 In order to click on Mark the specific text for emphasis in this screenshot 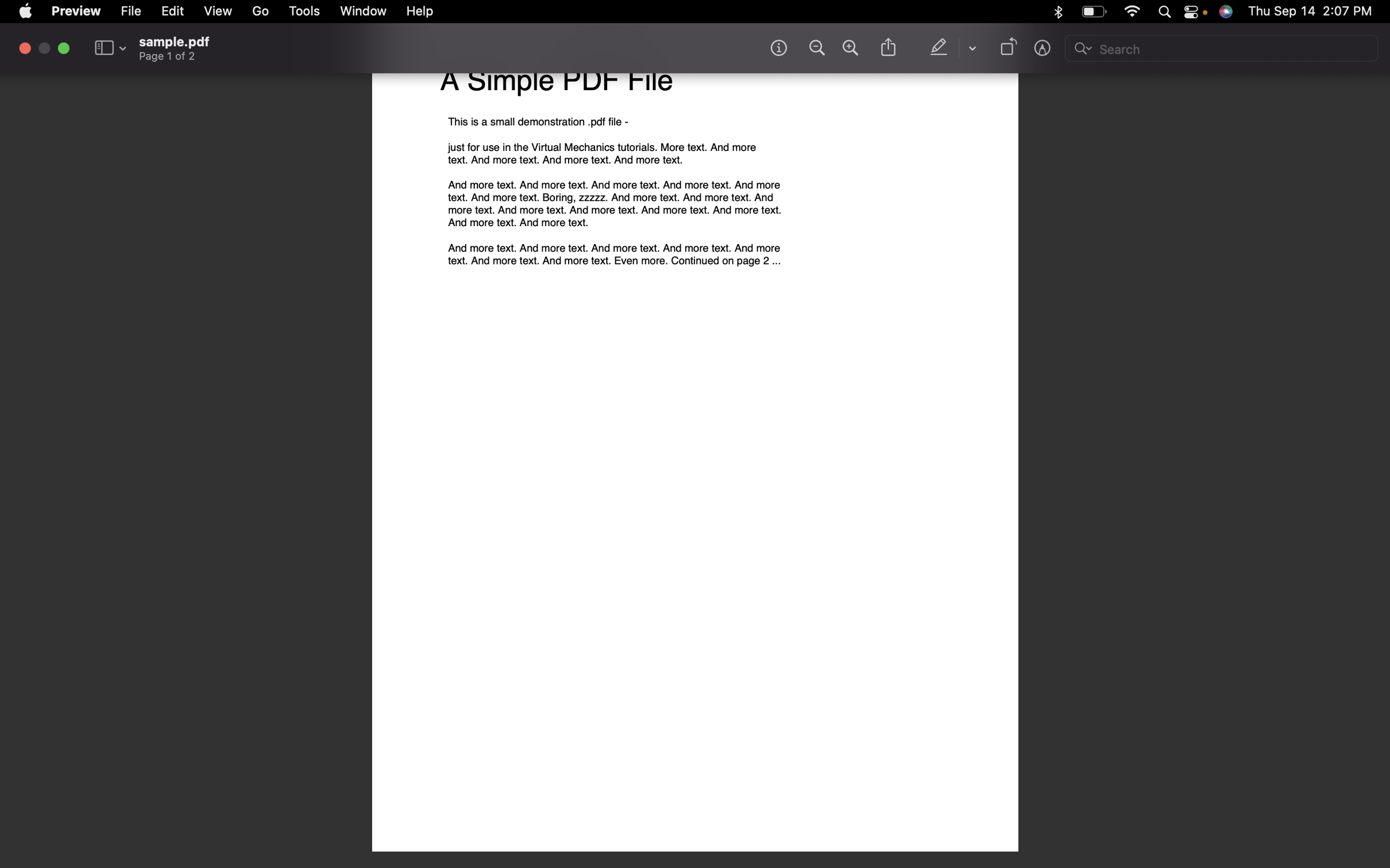, I will do `click(940, 48)`.